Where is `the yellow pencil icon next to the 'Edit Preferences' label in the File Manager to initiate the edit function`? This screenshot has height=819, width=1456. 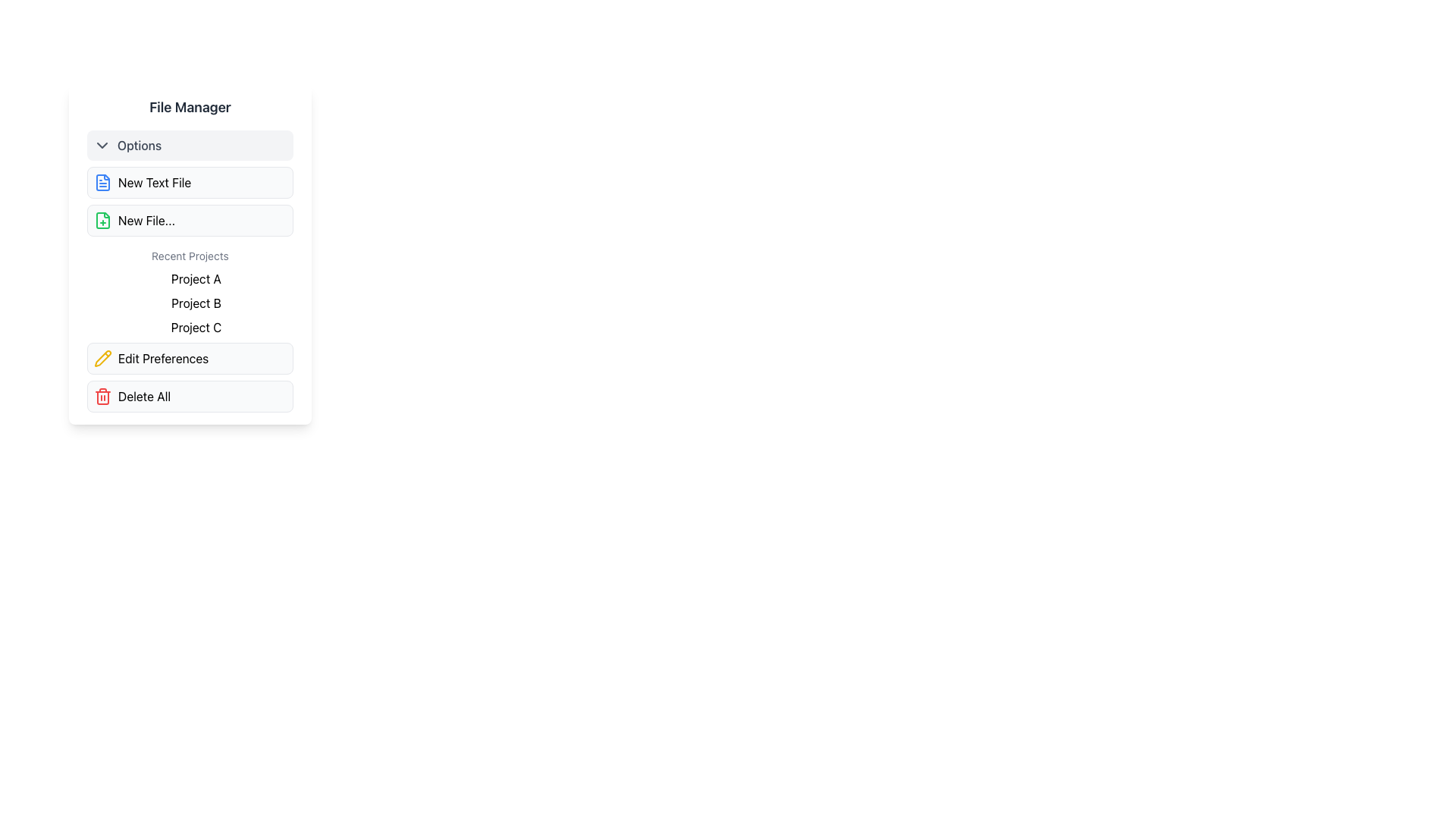 the yellow pencil icon next to the 'Edit Preferences' label in the File Manager to initiate the edit function is located at coordinates (102, 359).